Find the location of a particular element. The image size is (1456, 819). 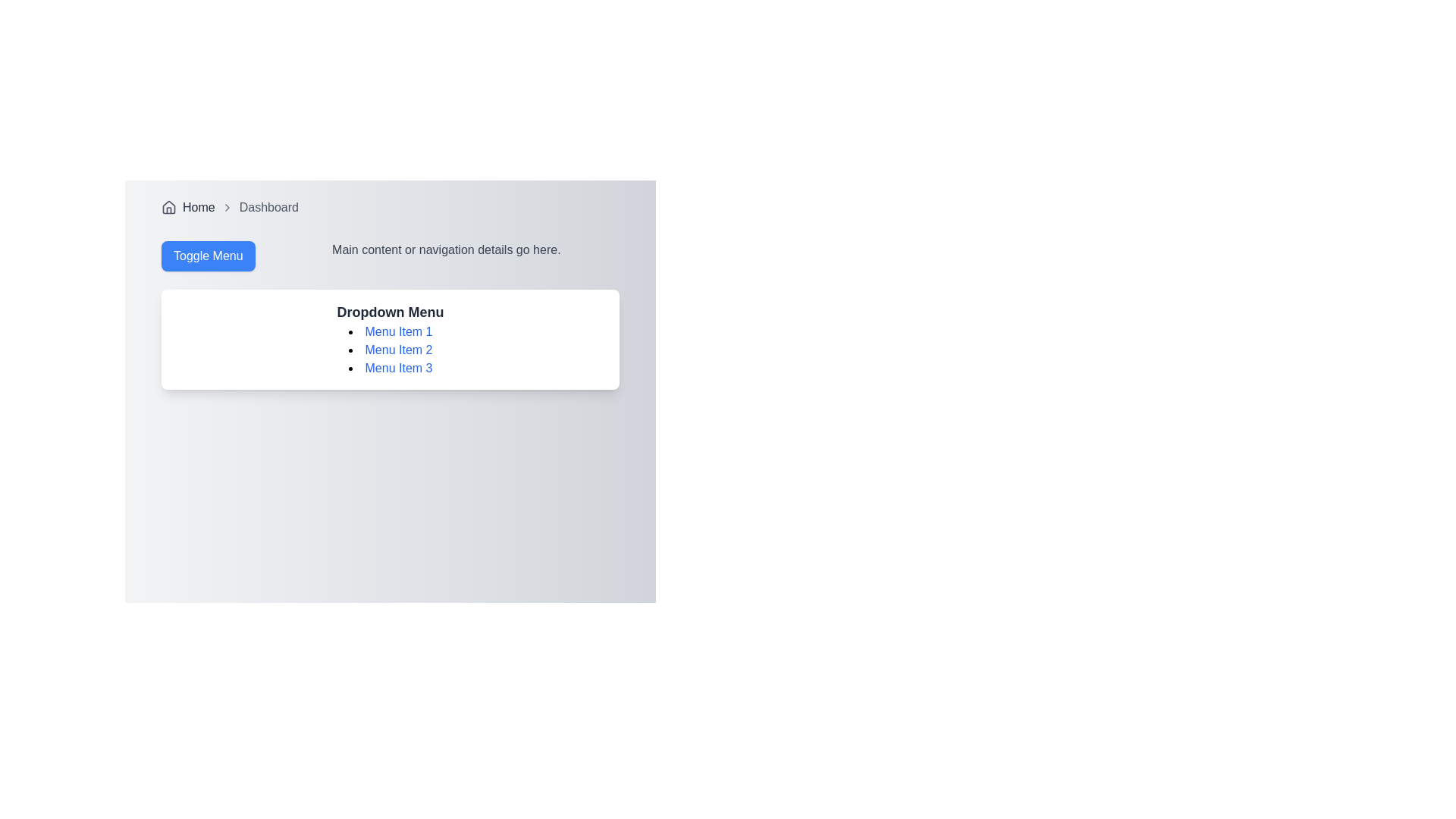

the third hyperlink in the 'Dropdown Menu' is located at coordinates (390, 369).